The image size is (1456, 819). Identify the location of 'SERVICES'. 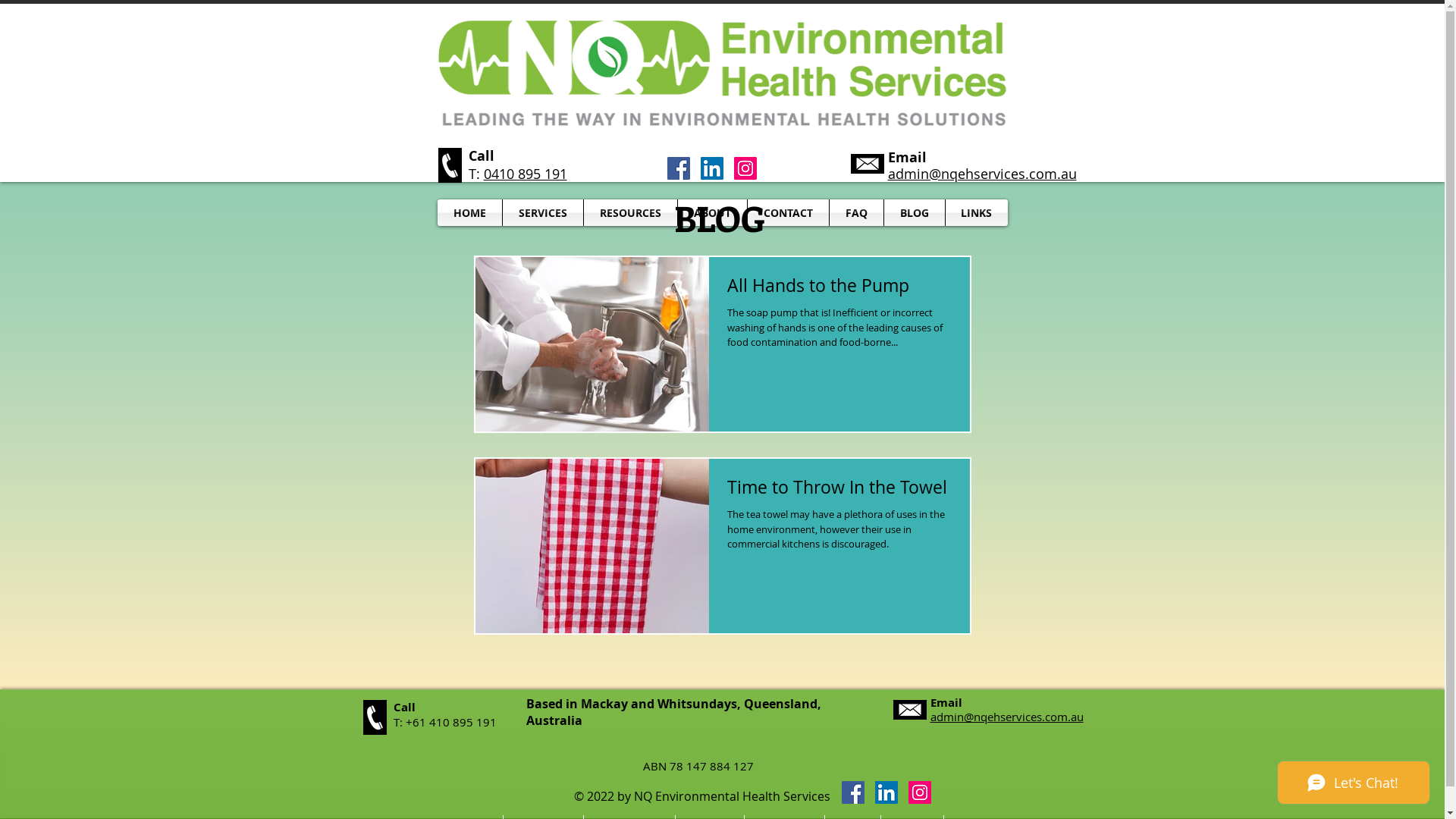
(542, 212).